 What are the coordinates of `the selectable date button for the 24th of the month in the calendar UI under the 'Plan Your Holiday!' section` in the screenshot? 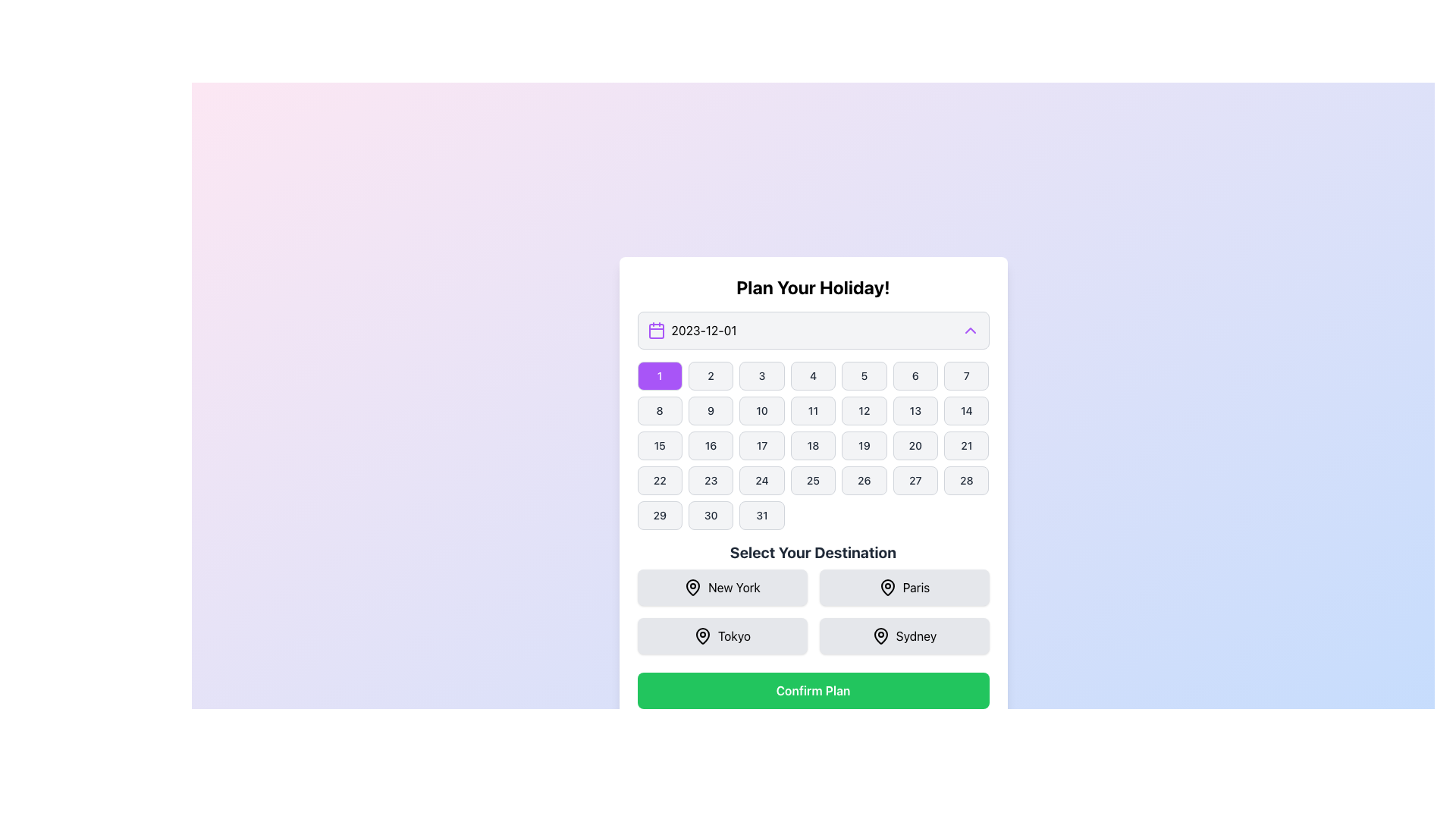 It's located at (762, 480).